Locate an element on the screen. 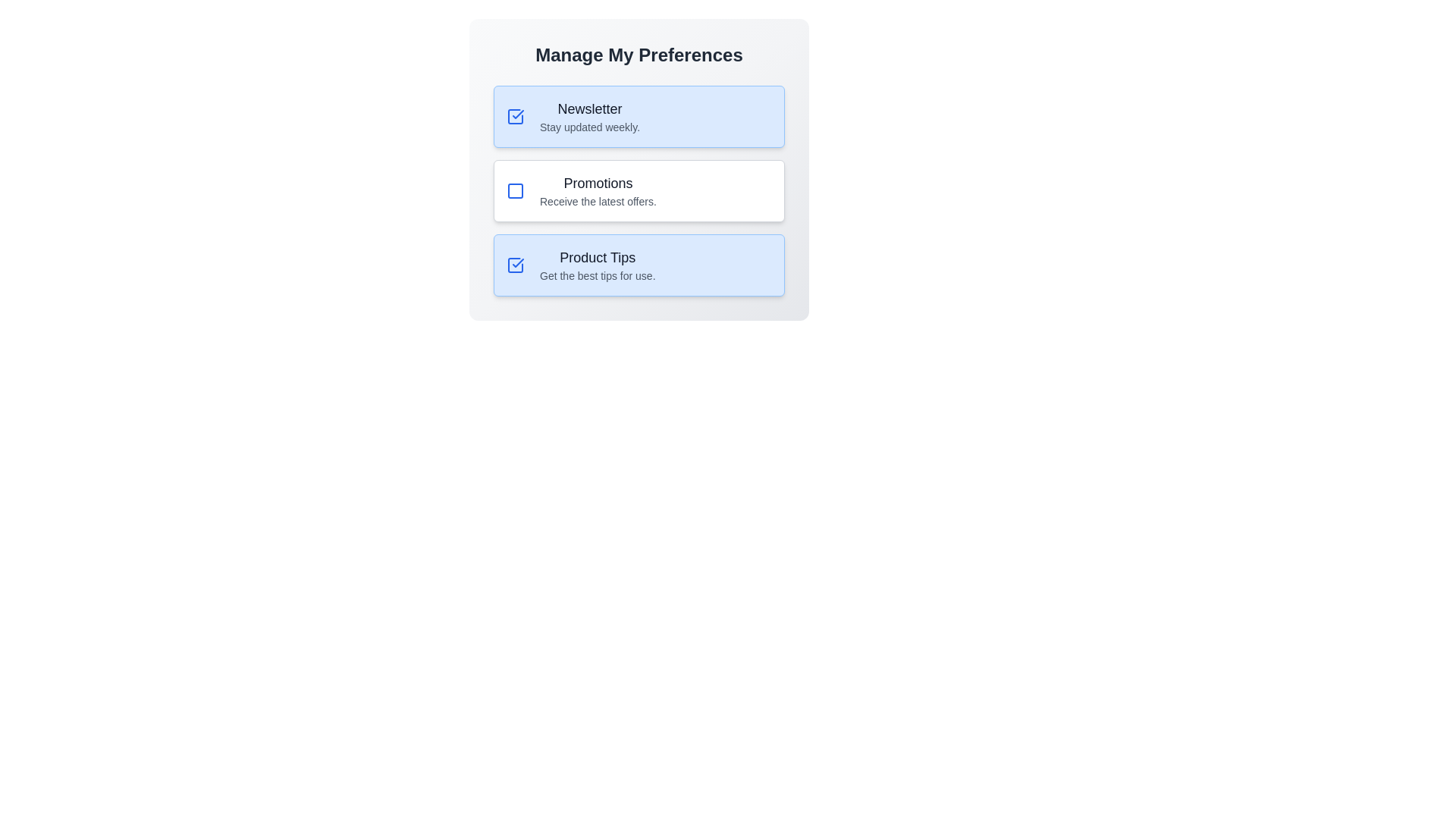  the Checked checkbox icon that indicates the selection of the 'Product Tips' option, located on the left side of the third option in the list is located at coordinates (516, 265).